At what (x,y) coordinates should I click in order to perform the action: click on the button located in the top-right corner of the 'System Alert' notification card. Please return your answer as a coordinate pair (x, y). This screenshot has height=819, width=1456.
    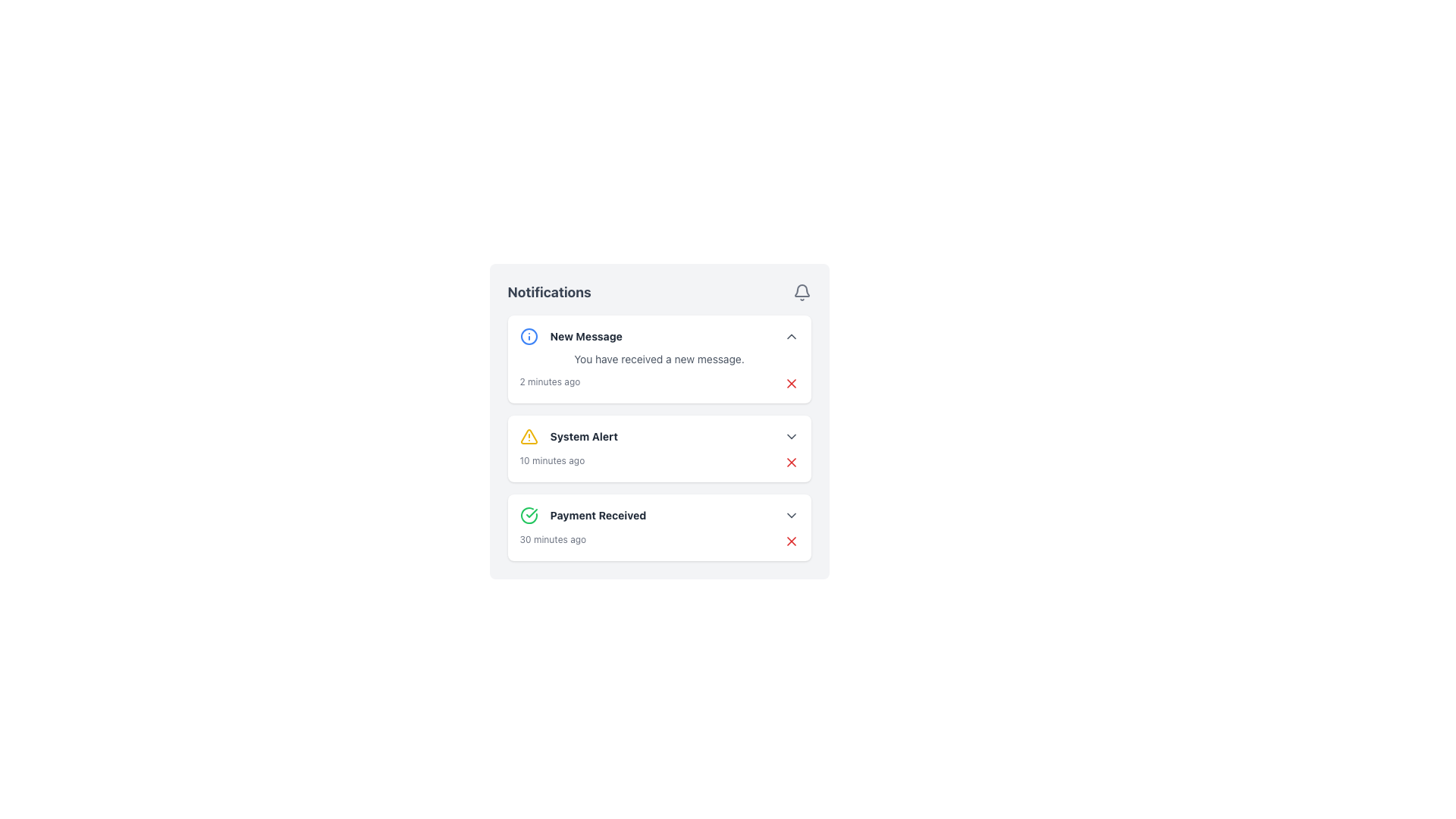
    Looking at the image, I should click on (790, 461).